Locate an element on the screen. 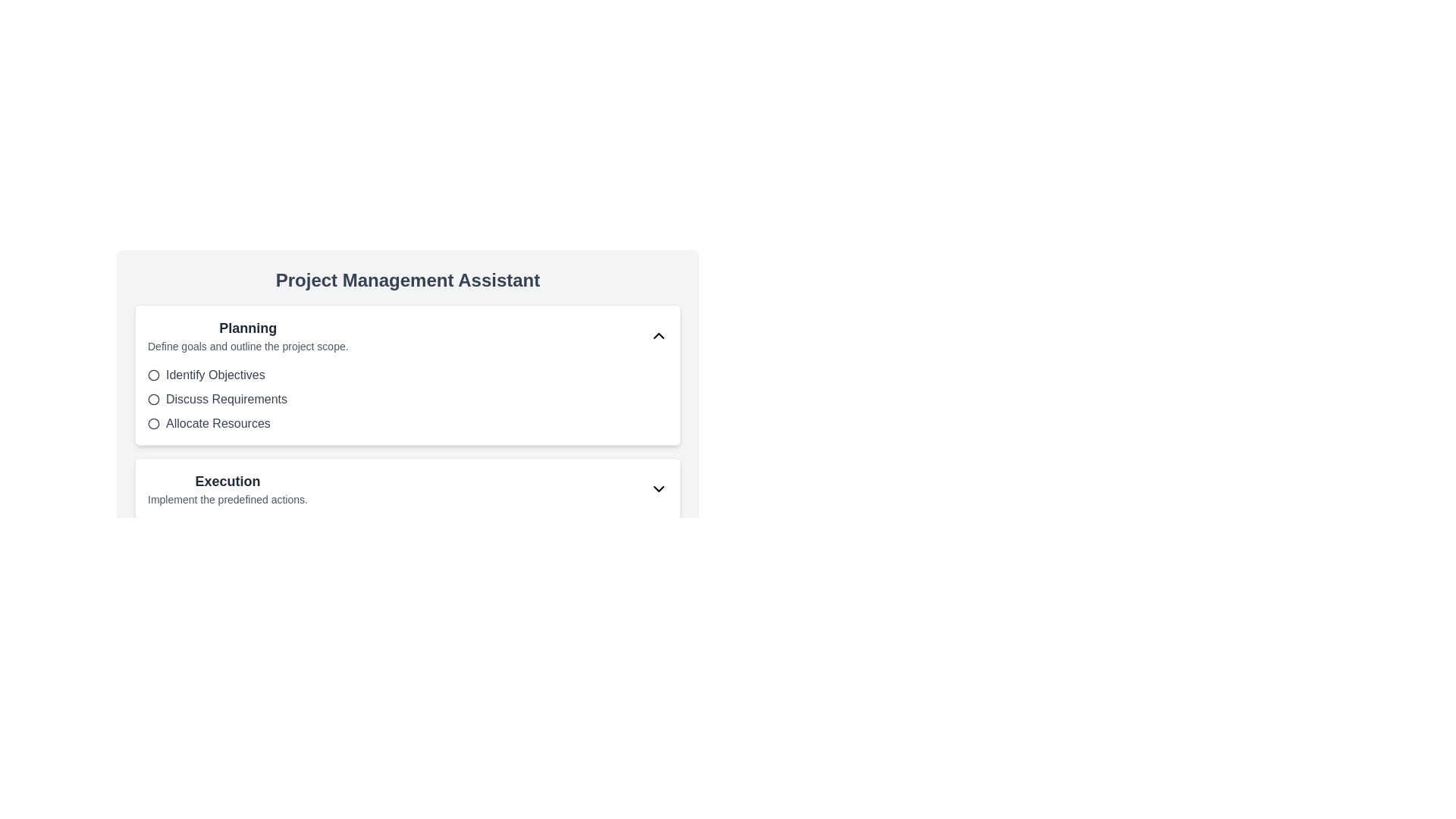 Image resolution: width=1456 pixels, height=819 pixels. the text label reading 'Allocate Resources', which is the third option in the list under the 'Planning' section is located at coordinates (218, 424).